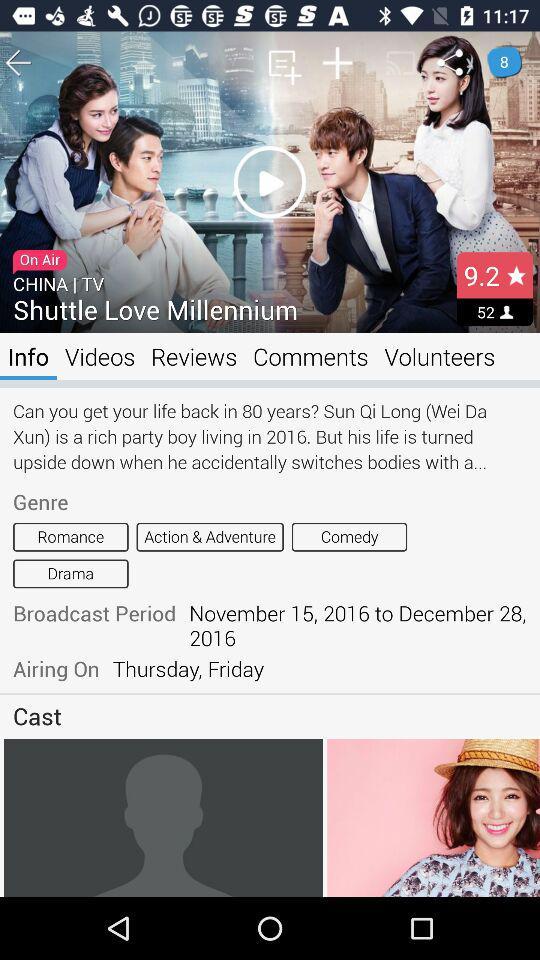 The width and height of the screenshot is (540, 960). I want to click on the icon above the drama icon, so click(69, 536).